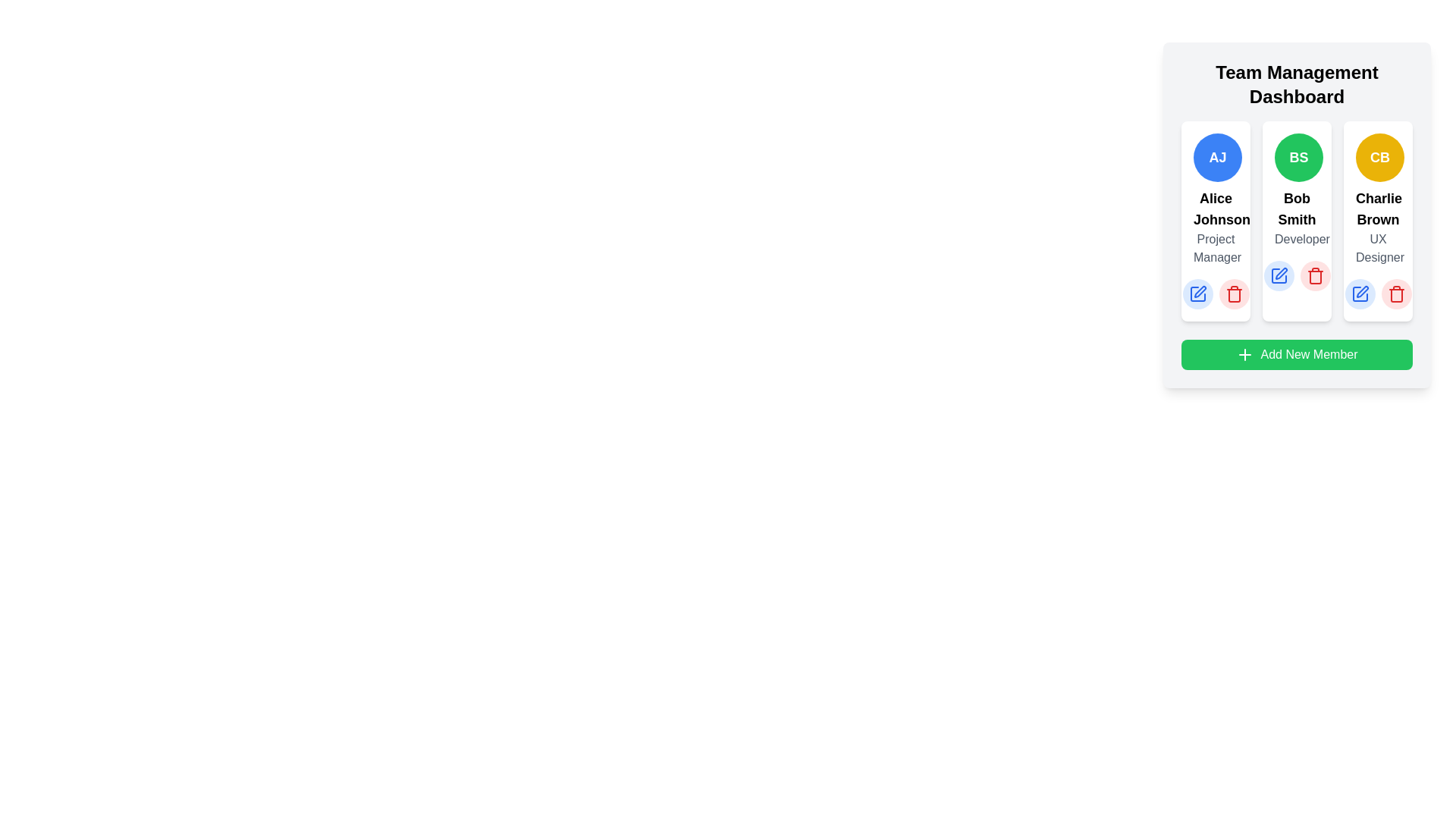 The height and width of the screenshot is (819, 1456). Describe the element at coordinates (1296, 275) in the screenshot. I see `the group of two circular buttons, one blue and the other red, located below the 'Bob Smith Developer' section` at that location.